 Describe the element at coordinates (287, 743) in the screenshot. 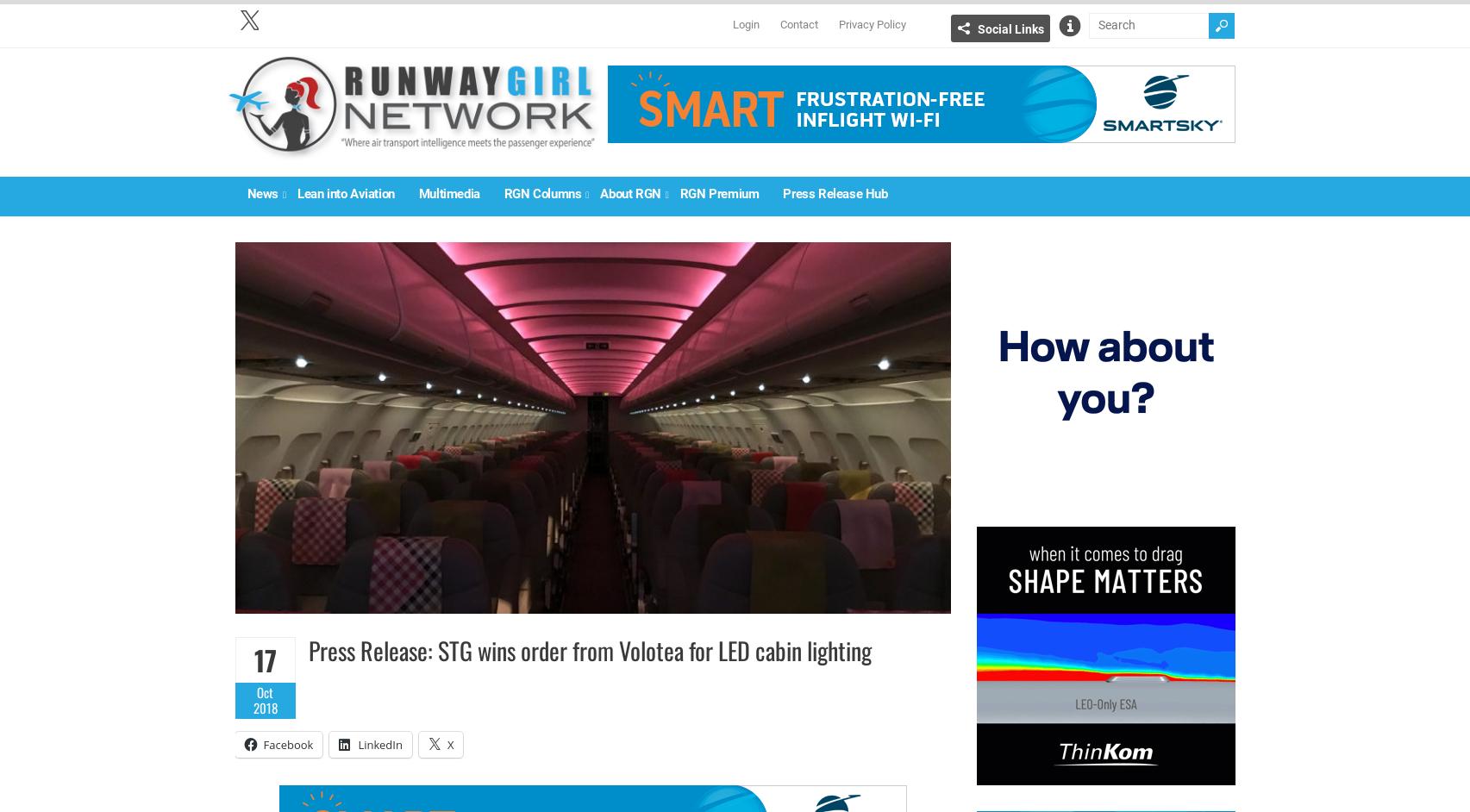

I see `'Facebook'` at that location.